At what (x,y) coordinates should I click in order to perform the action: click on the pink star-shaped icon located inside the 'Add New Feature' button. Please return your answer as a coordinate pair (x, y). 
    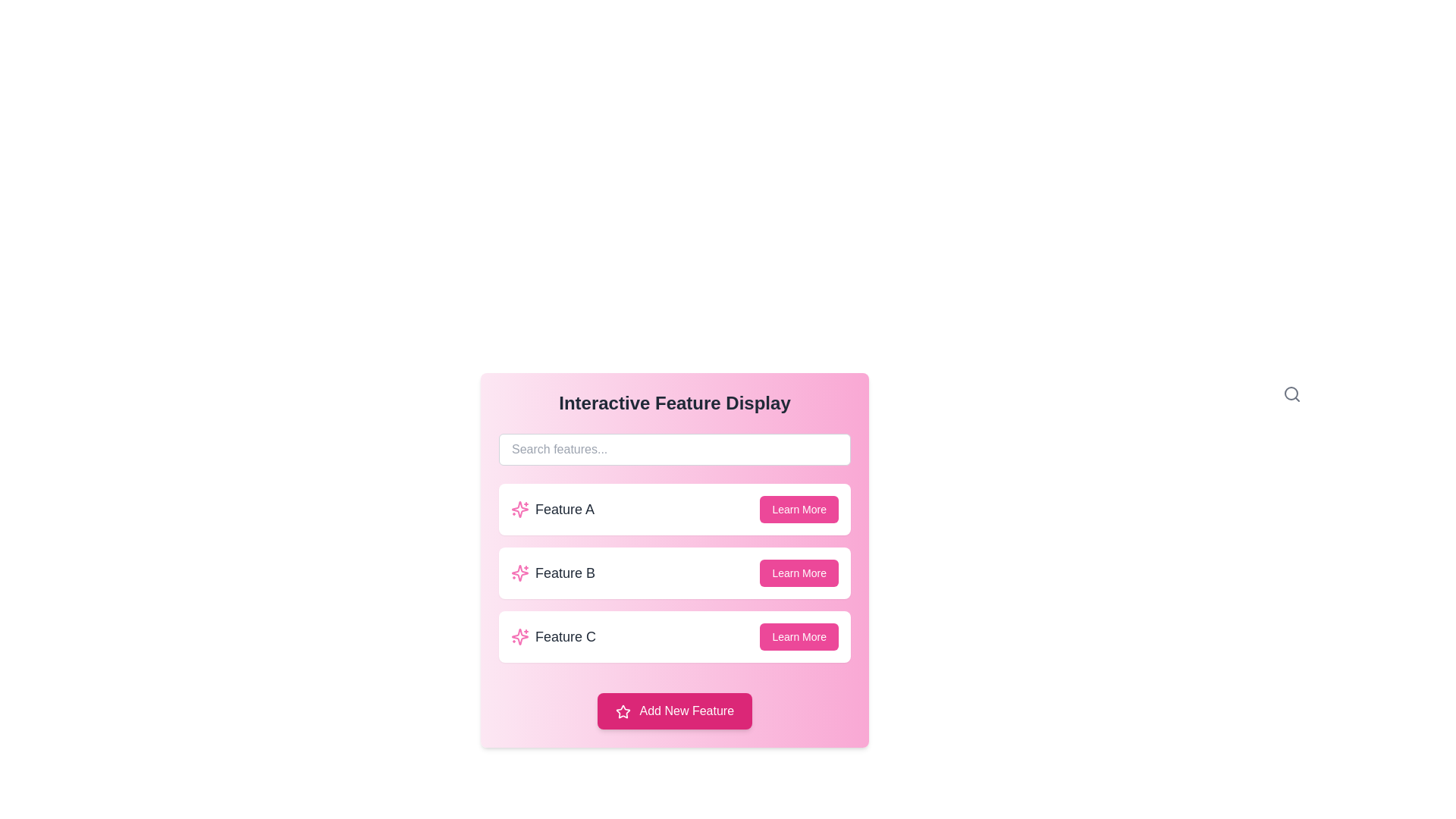
    Looking at the image, I should click on (623, 711).